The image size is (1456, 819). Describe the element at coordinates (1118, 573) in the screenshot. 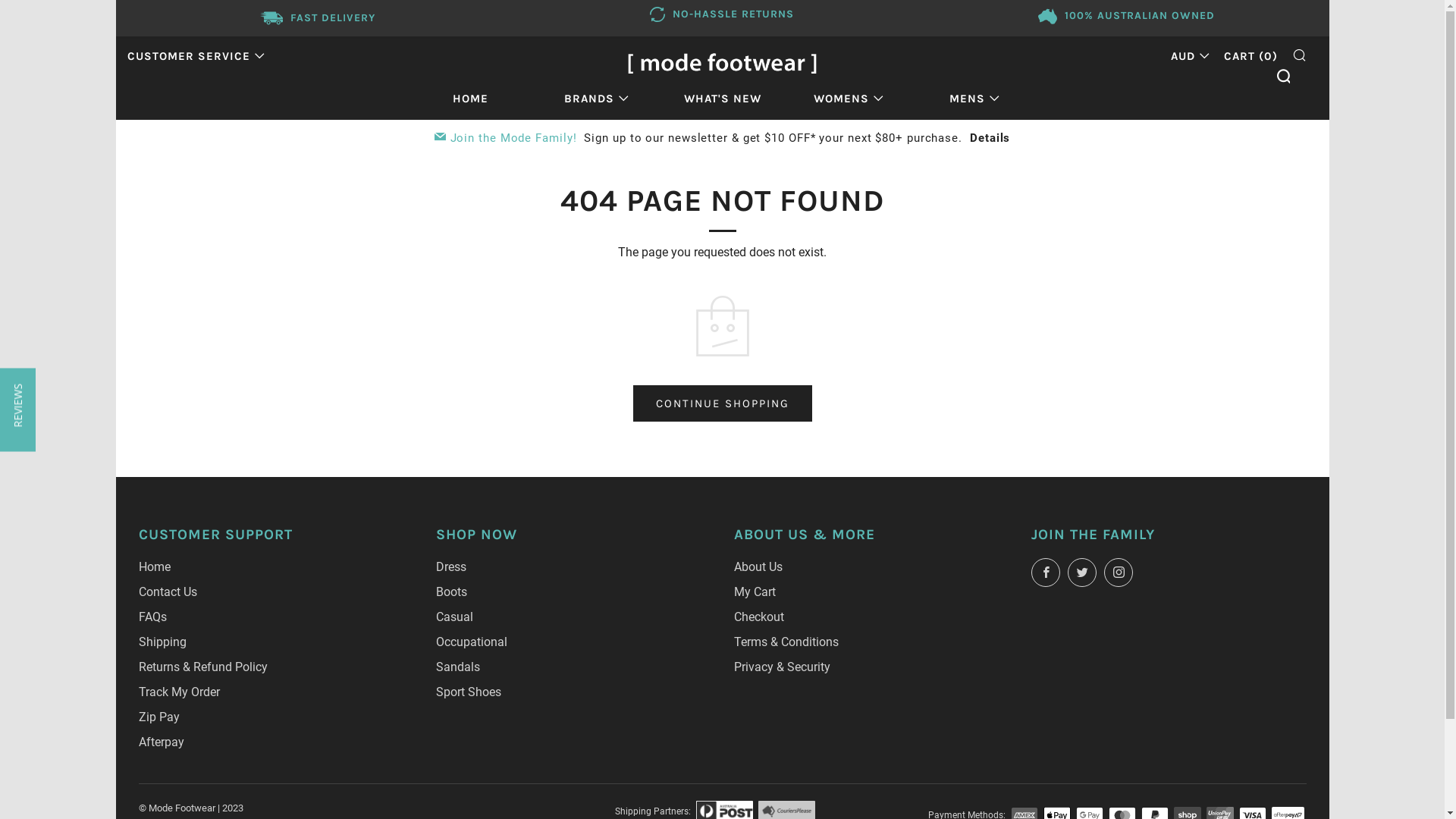

I see `'Instagram'` at that location.